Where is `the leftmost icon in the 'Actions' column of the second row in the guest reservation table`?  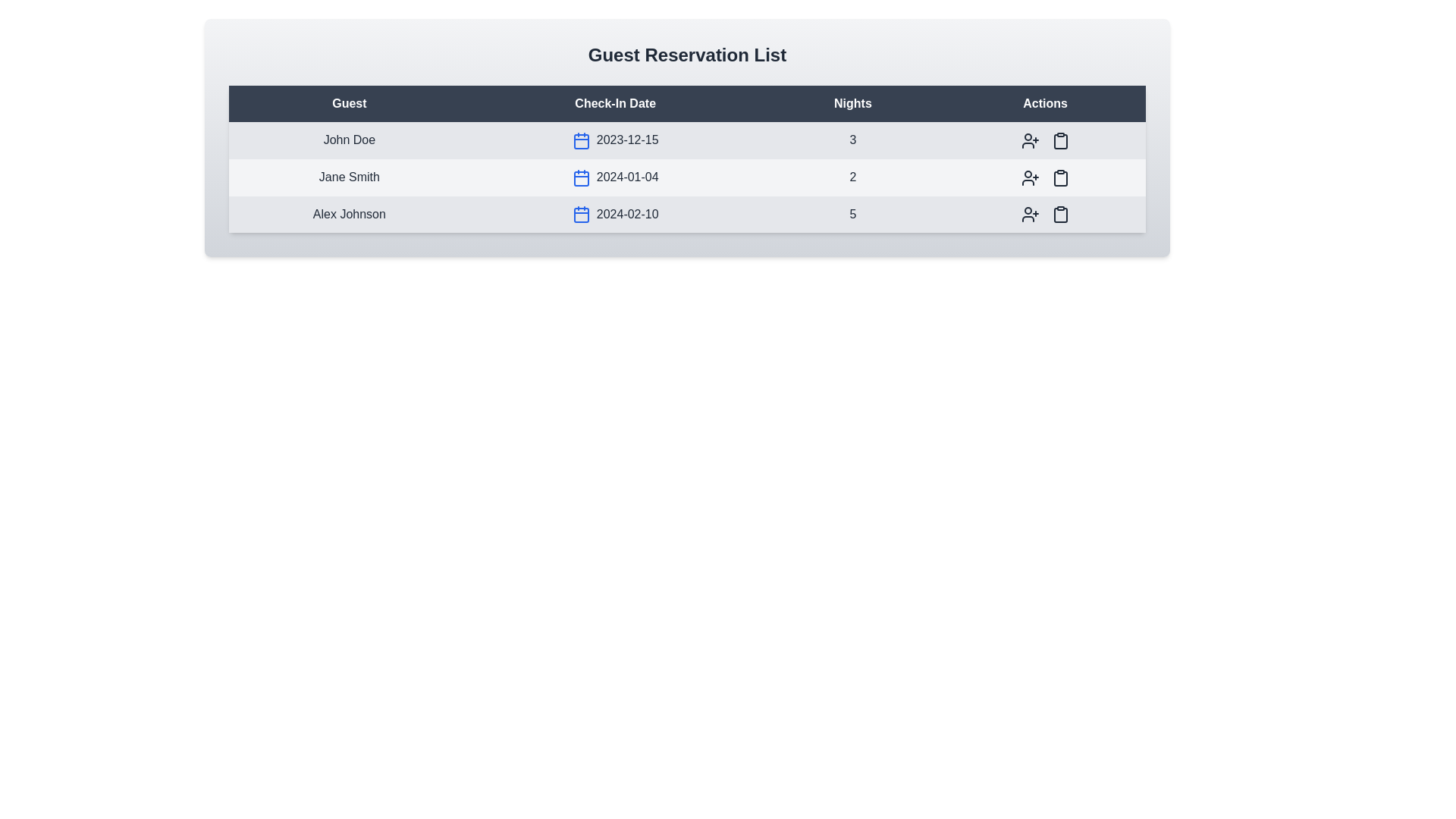
the leftmost icon in the 'Actions' column of the second row in the guest reservation table is located at coordinates (1030, 177).